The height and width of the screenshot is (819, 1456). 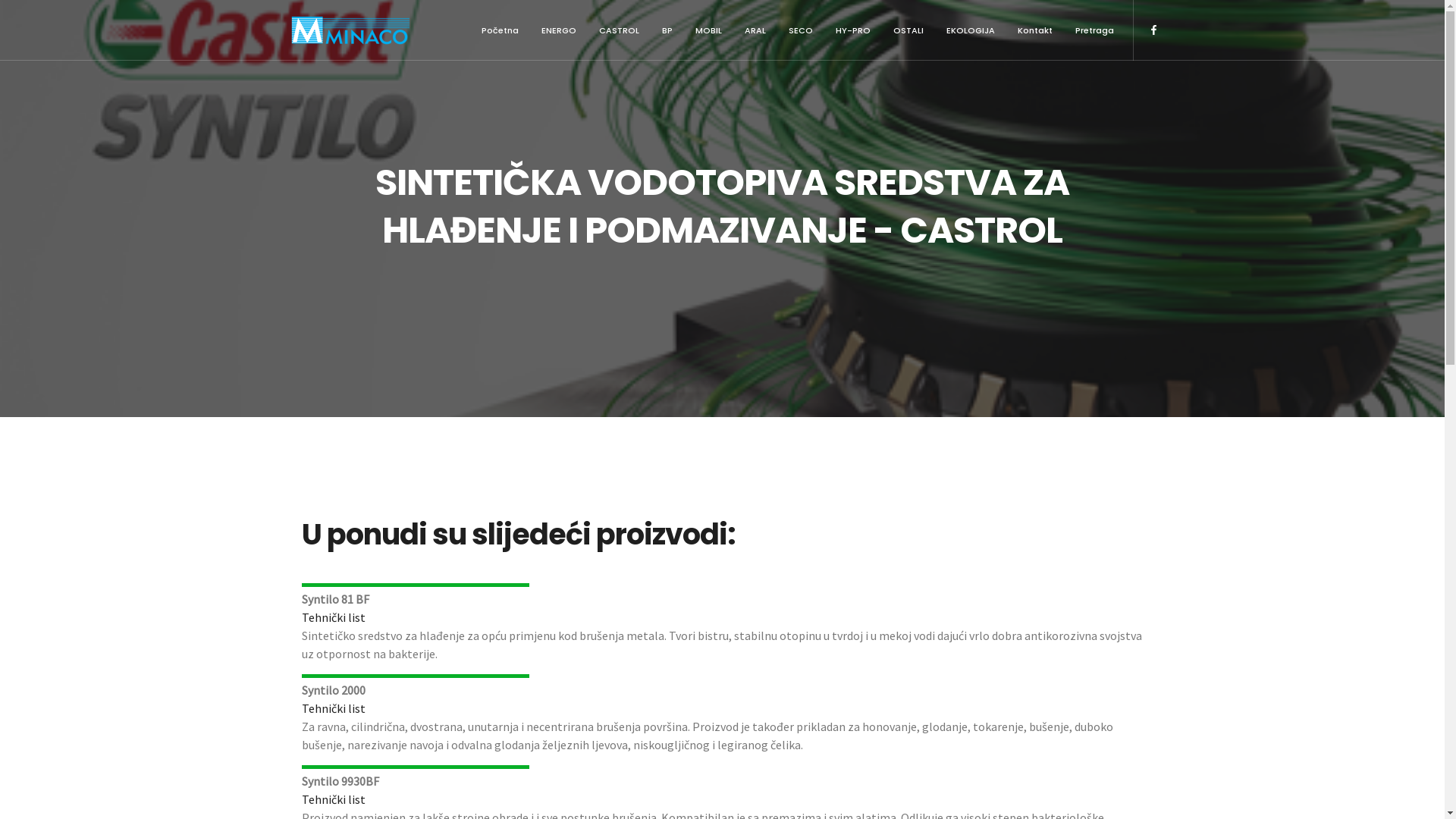 I want to click on 'SECO', so click(x=799, y=30).